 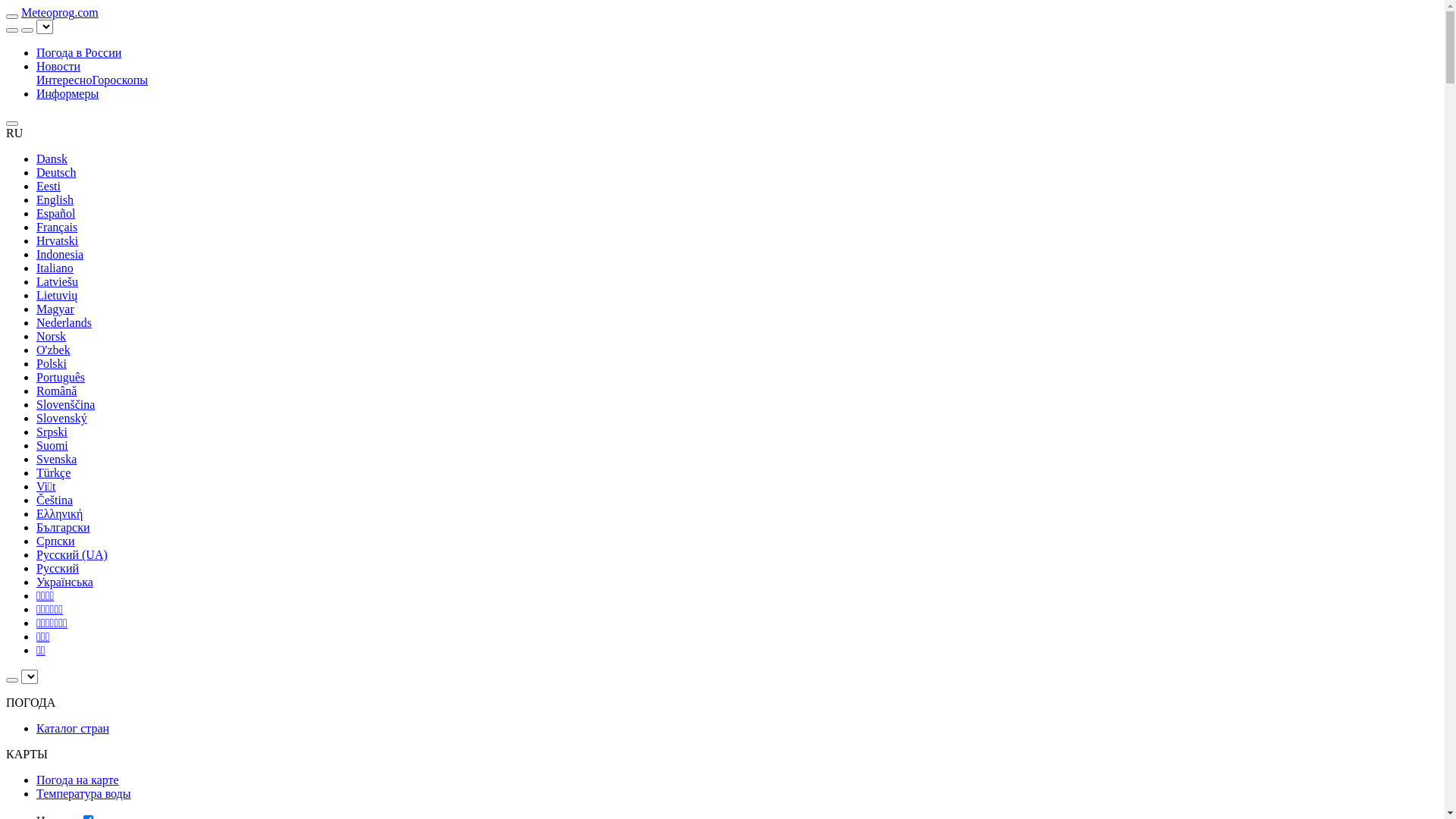 I want to click on 'Srpski', so click(x=52, y=431).